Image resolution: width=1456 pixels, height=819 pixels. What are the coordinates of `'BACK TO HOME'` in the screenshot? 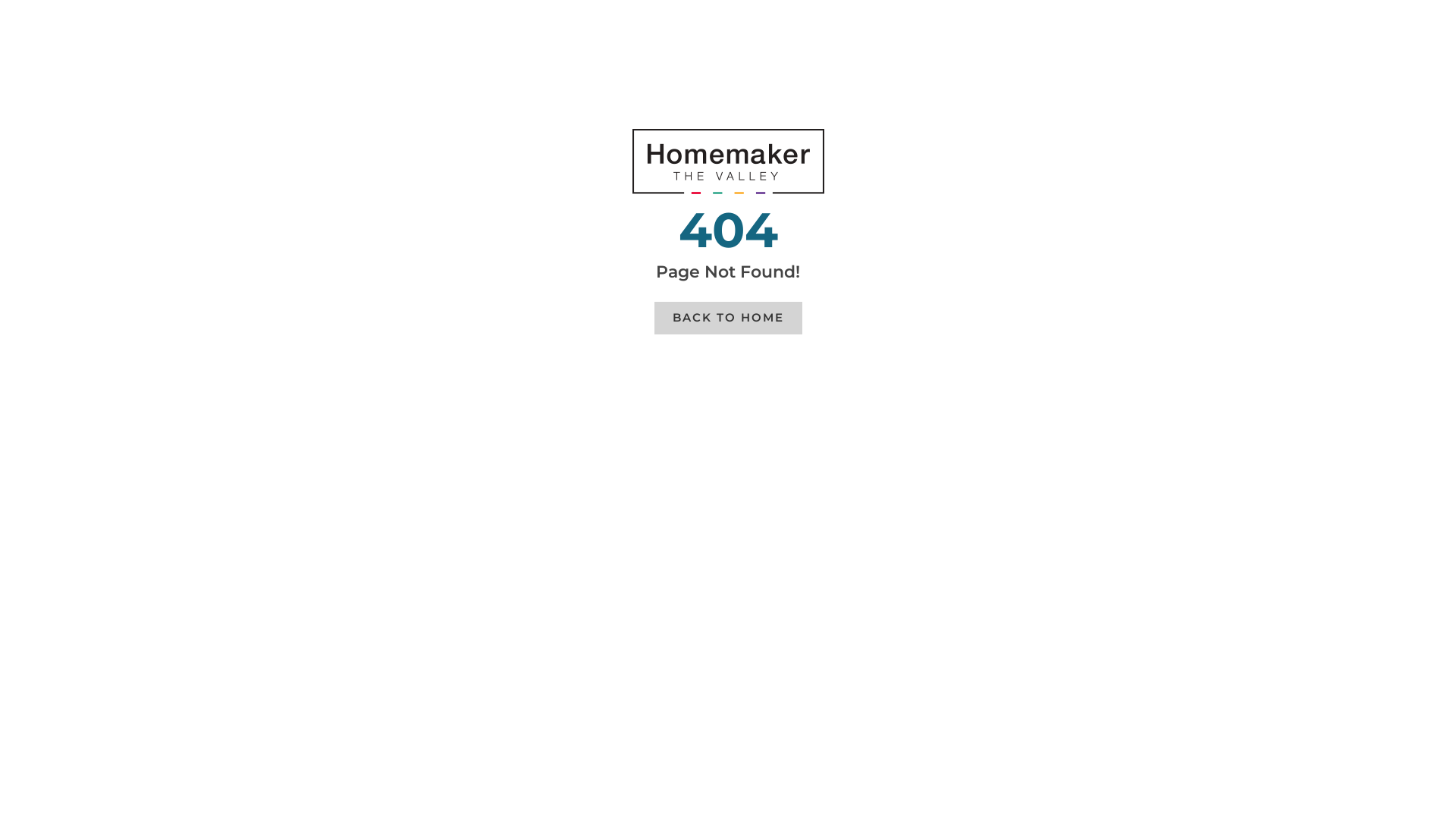 It's located at (726, 317).